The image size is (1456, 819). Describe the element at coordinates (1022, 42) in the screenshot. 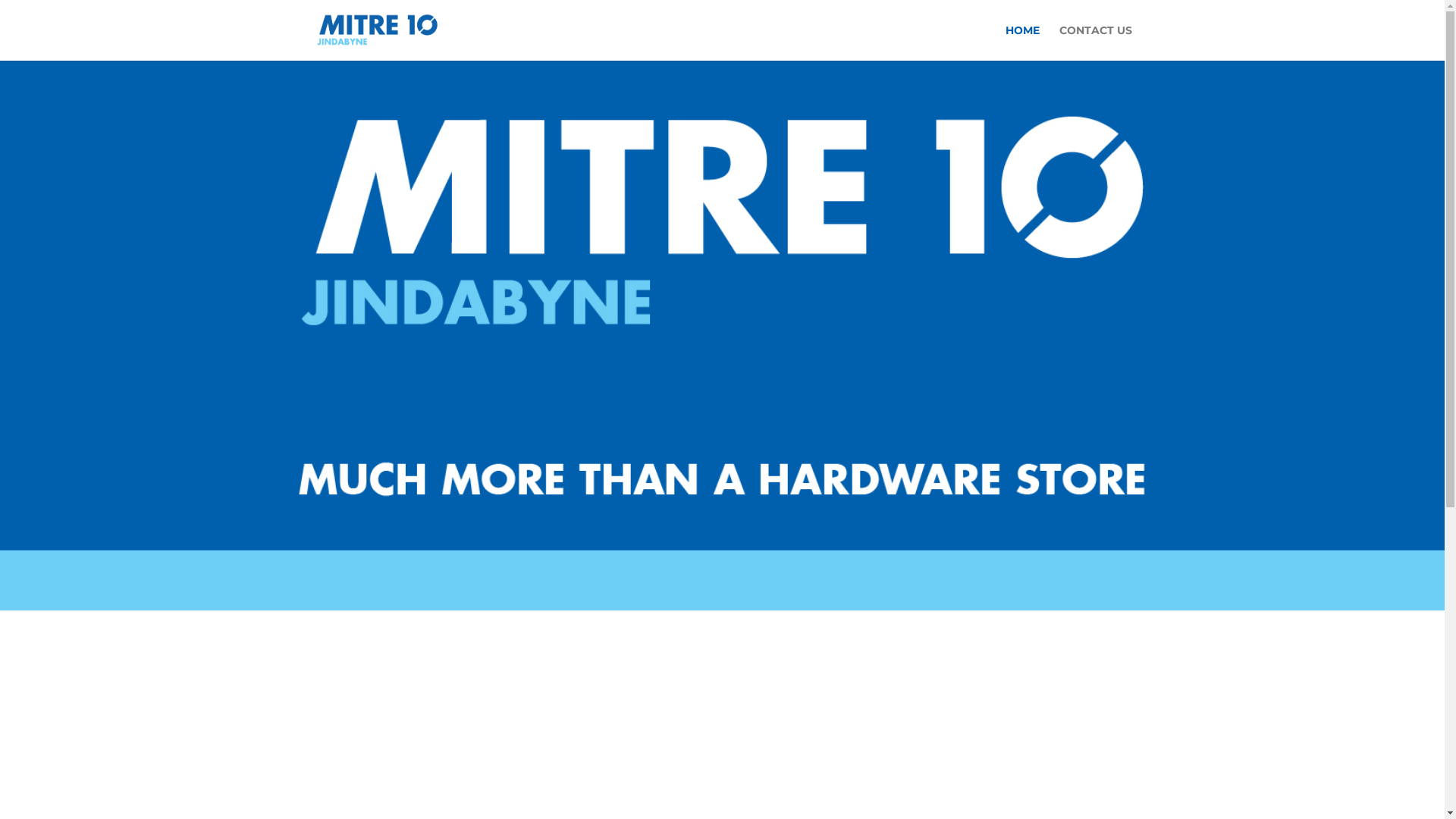

I see `'HOME'` at that location.